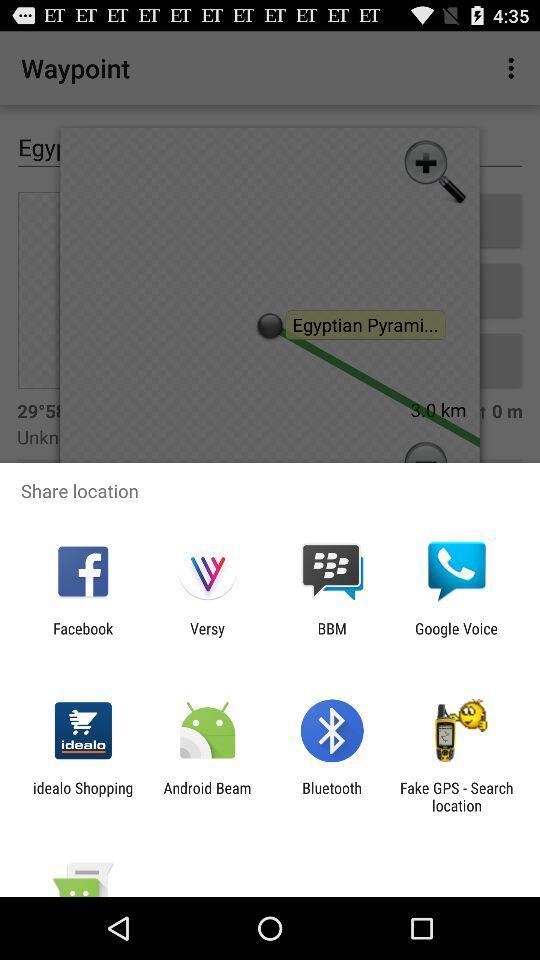  I want to click on the icon to the right of android beam app, so click(332, 796).